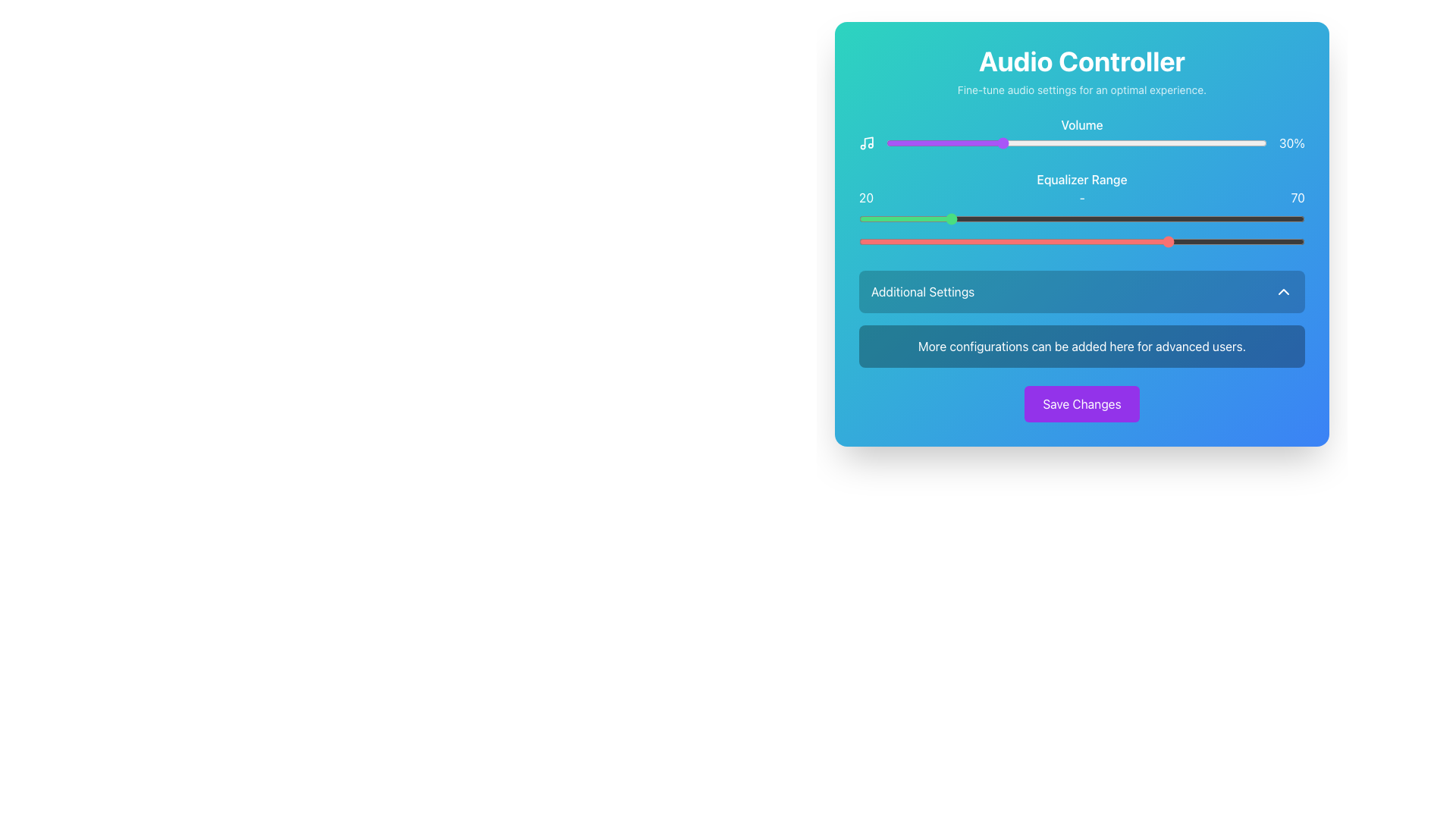 The width and height of the screenshot is (1456, 819). I want to click on the equalizer range, so click(1269, 241).